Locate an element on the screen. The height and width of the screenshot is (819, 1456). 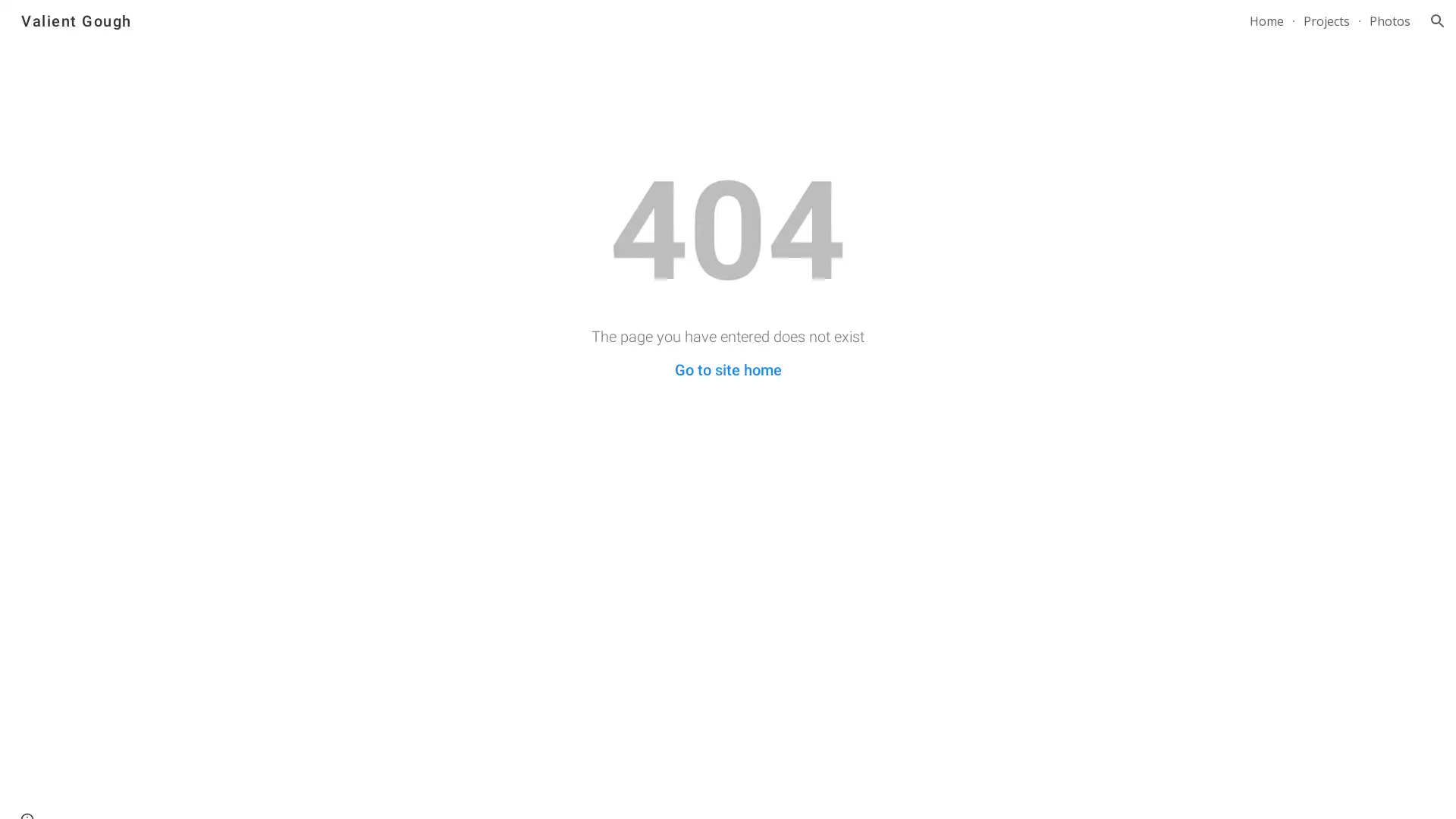
Report abuse is located at coordinates (182, 792).